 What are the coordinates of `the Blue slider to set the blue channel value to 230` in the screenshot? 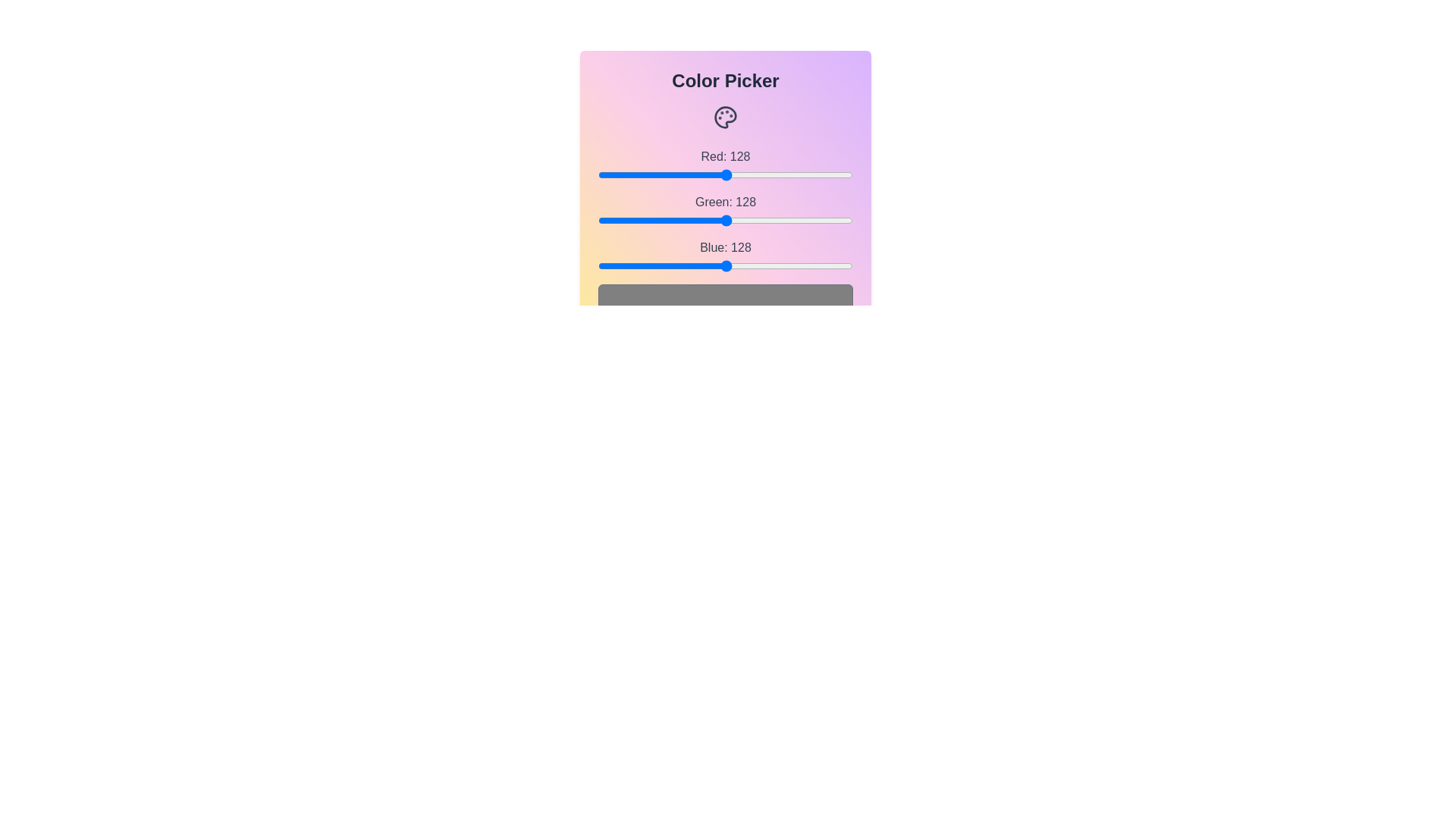 It's located at (827, 265).